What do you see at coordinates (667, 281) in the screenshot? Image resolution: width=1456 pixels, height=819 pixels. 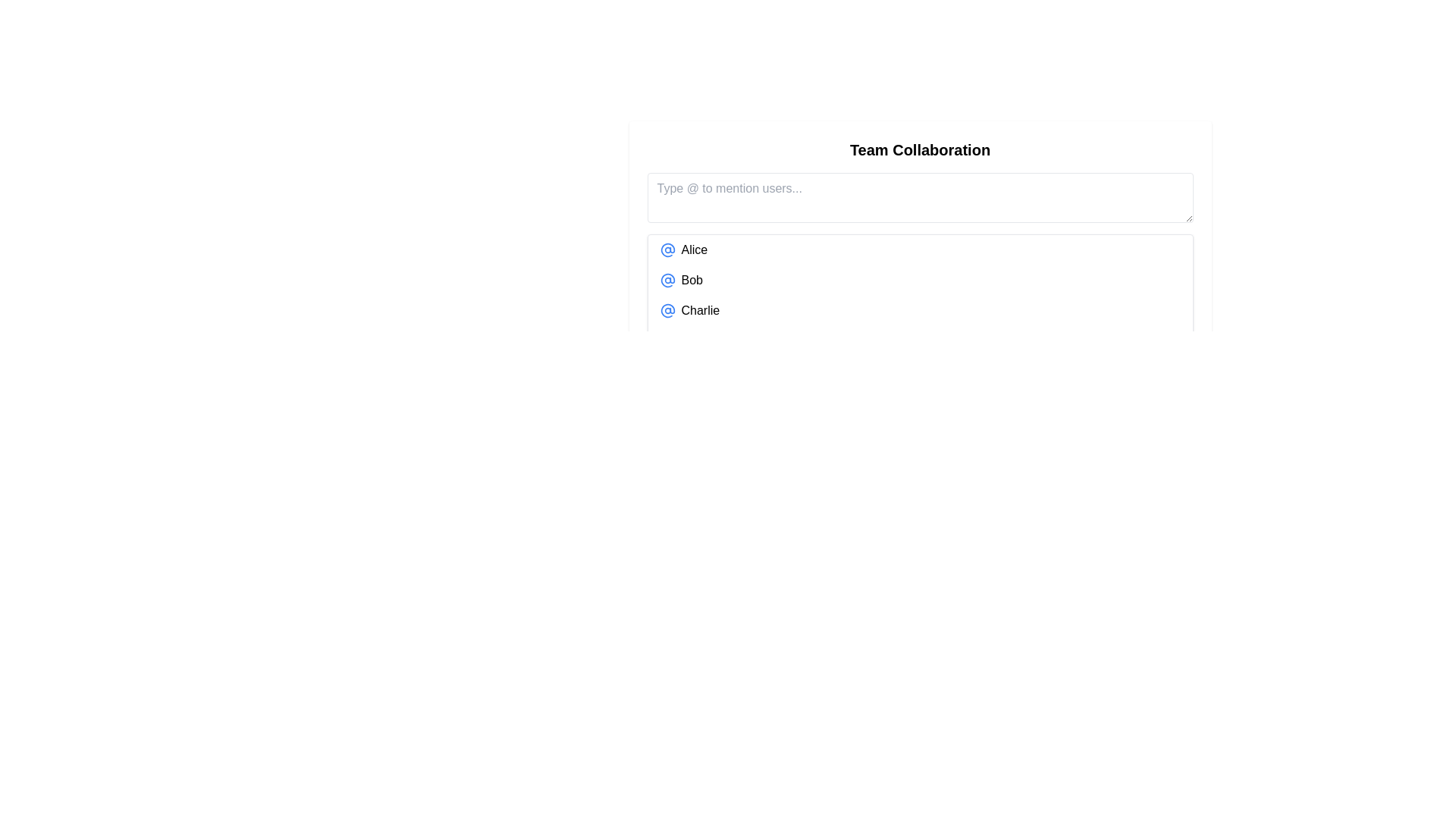 I see `the blue '@' icon located to the left of the name 'Bob' in the list under the 'Team Collaboration' section` at bounding box center [667, 281].